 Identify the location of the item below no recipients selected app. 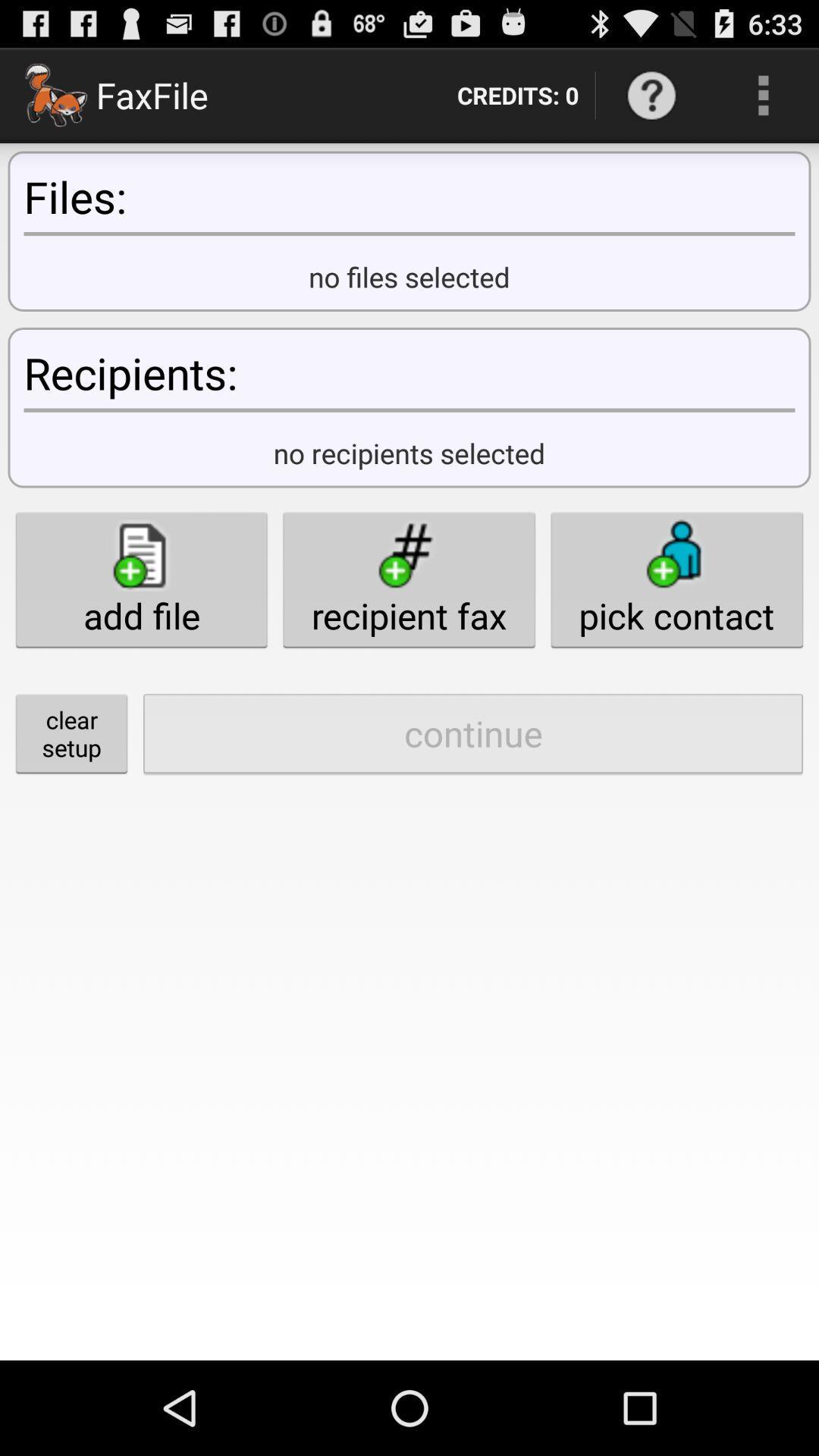
(408, 579).